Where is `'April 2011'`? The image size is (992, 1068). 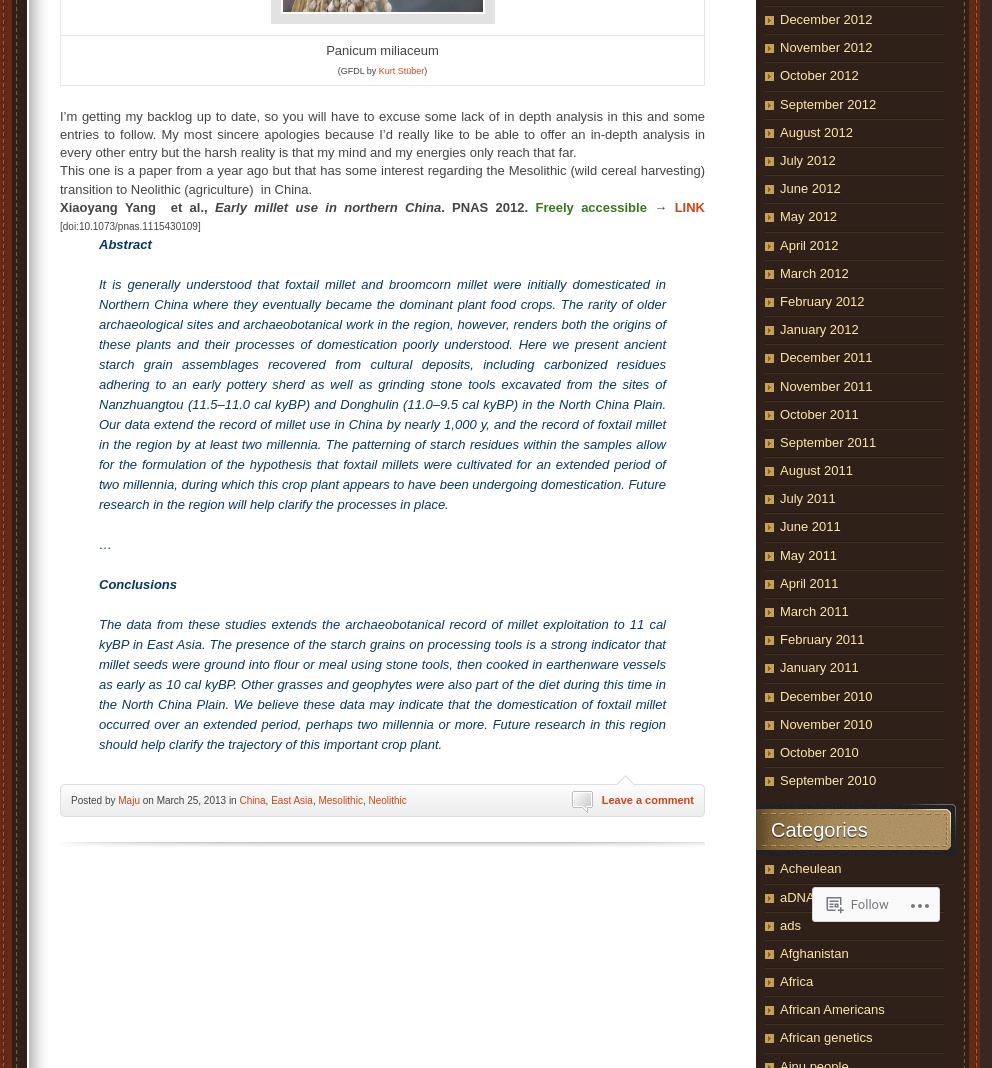
'April 2011' is located at coordinates (808, 581).